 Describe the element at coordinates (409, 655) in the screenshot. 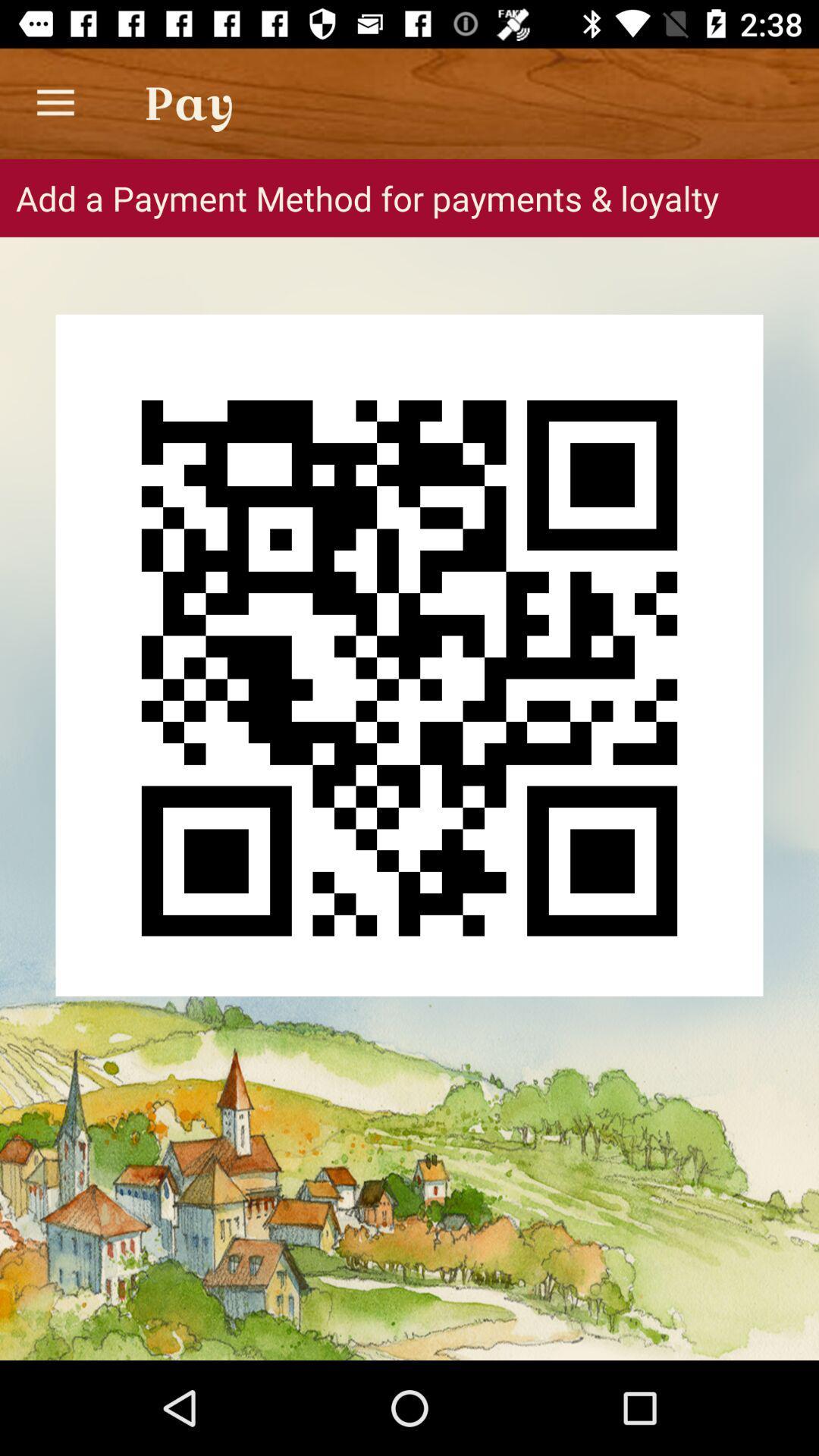

I see `the icon below add a payment` at that location.